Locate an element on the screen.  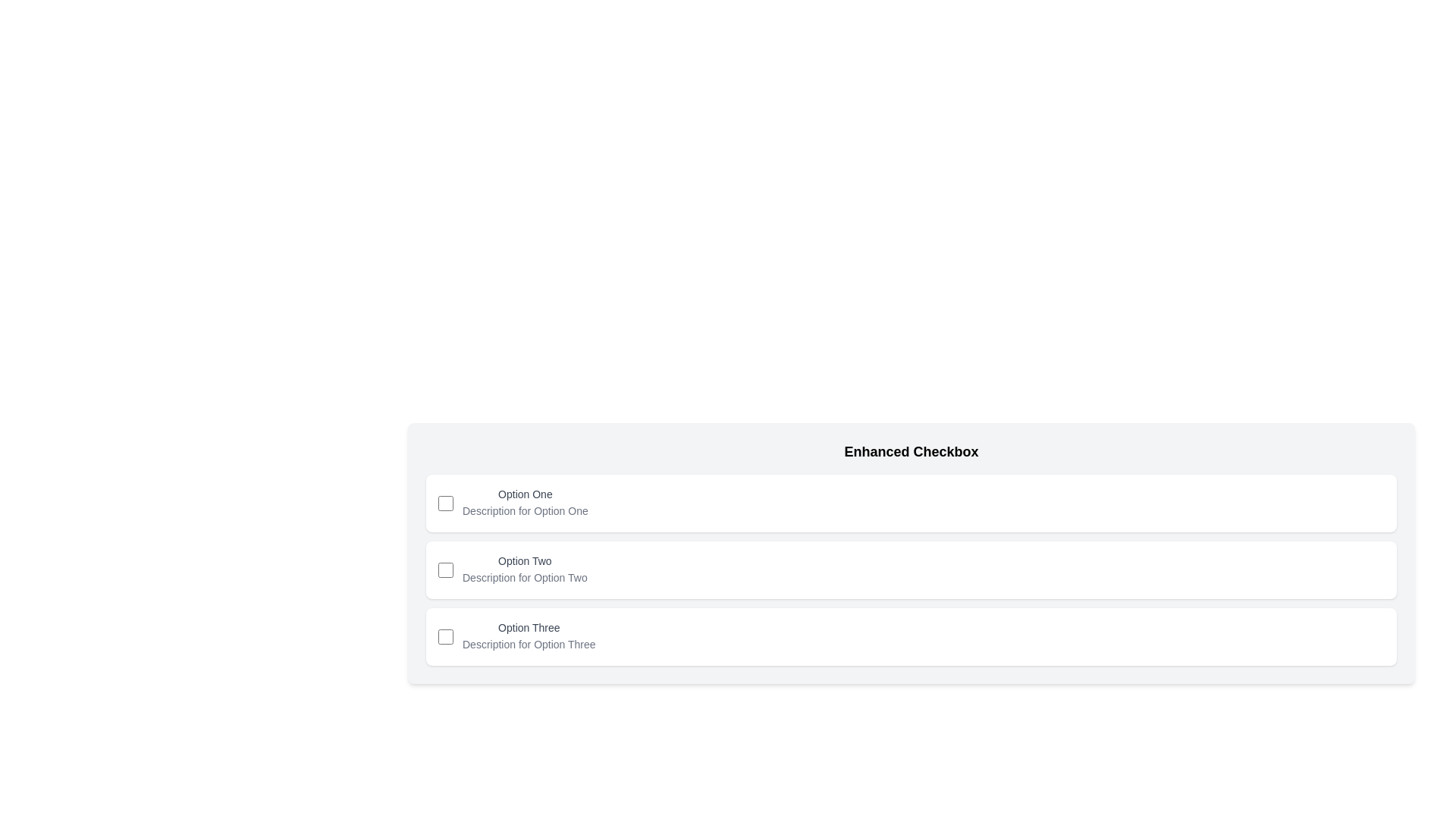
the Text Label with Description that displays 'Option Two' and its description 'Description for Option Two', located in the second row of the list is located at coordinates (525, 570).